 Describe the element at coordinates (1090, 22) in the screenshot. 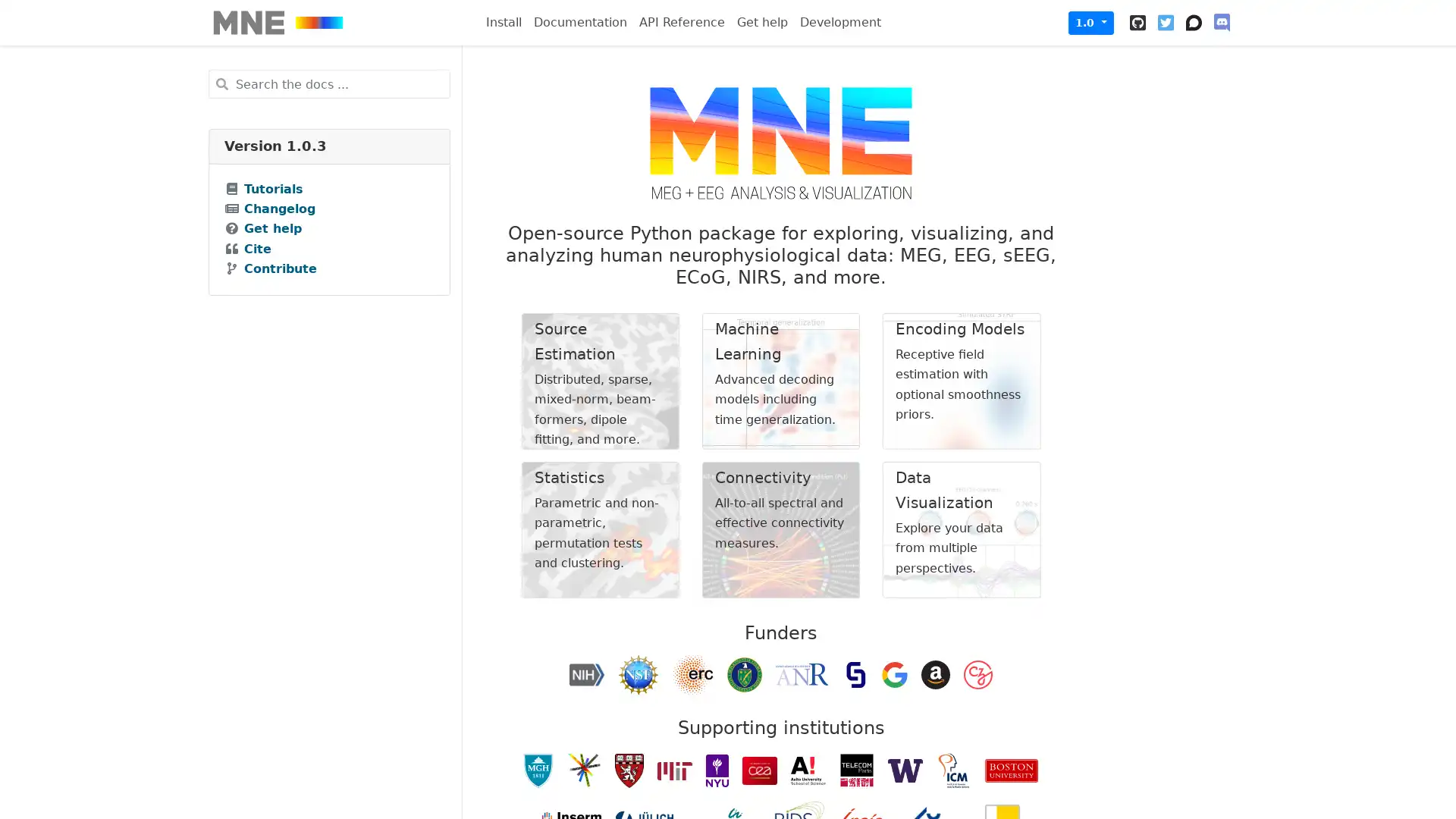

I see `1.0` at that location.